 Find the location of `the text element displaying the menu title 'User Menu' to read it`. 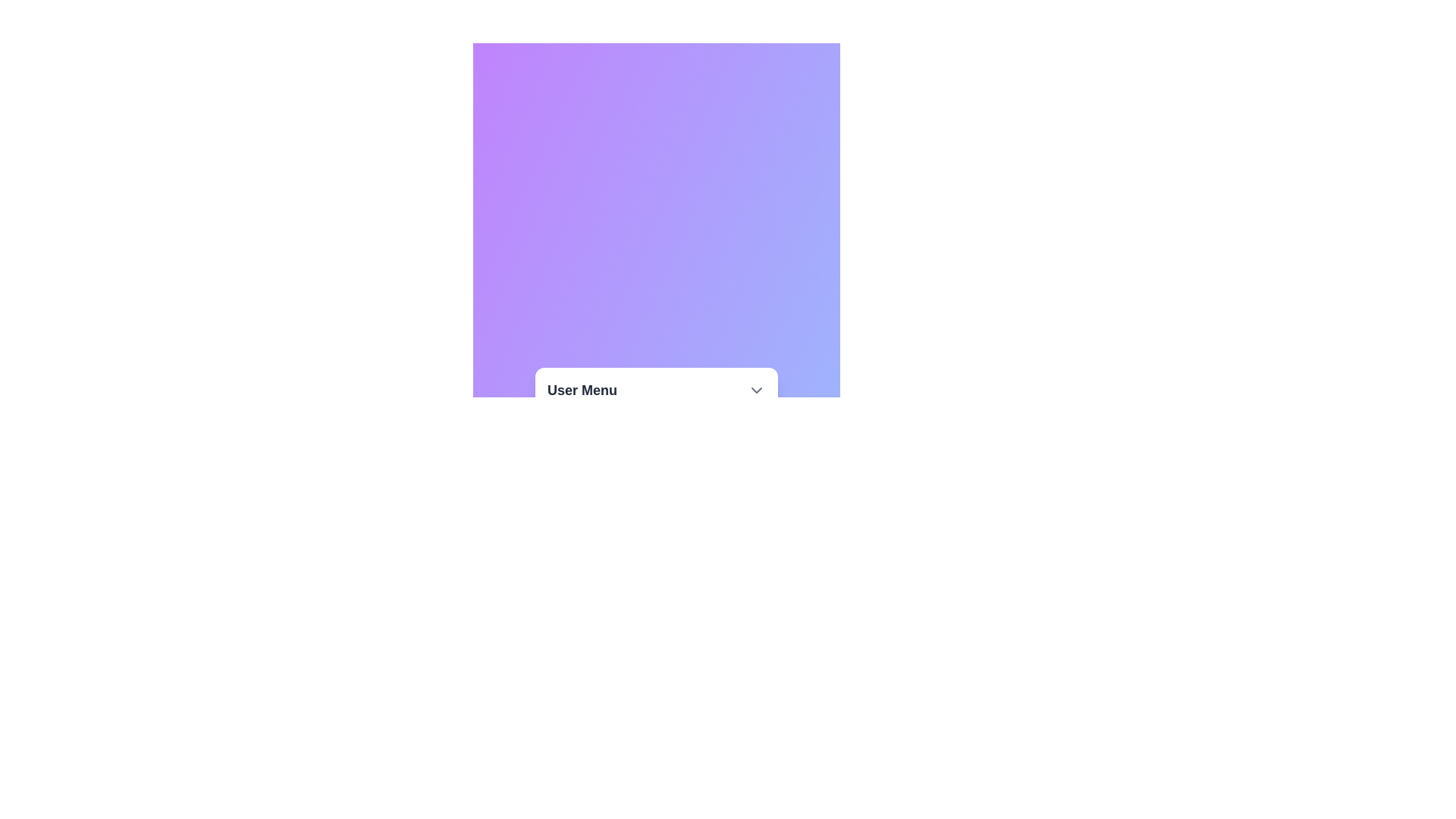

the text element displaying the menu title 'User Menu' to read it is located at coordinates (656, 390).